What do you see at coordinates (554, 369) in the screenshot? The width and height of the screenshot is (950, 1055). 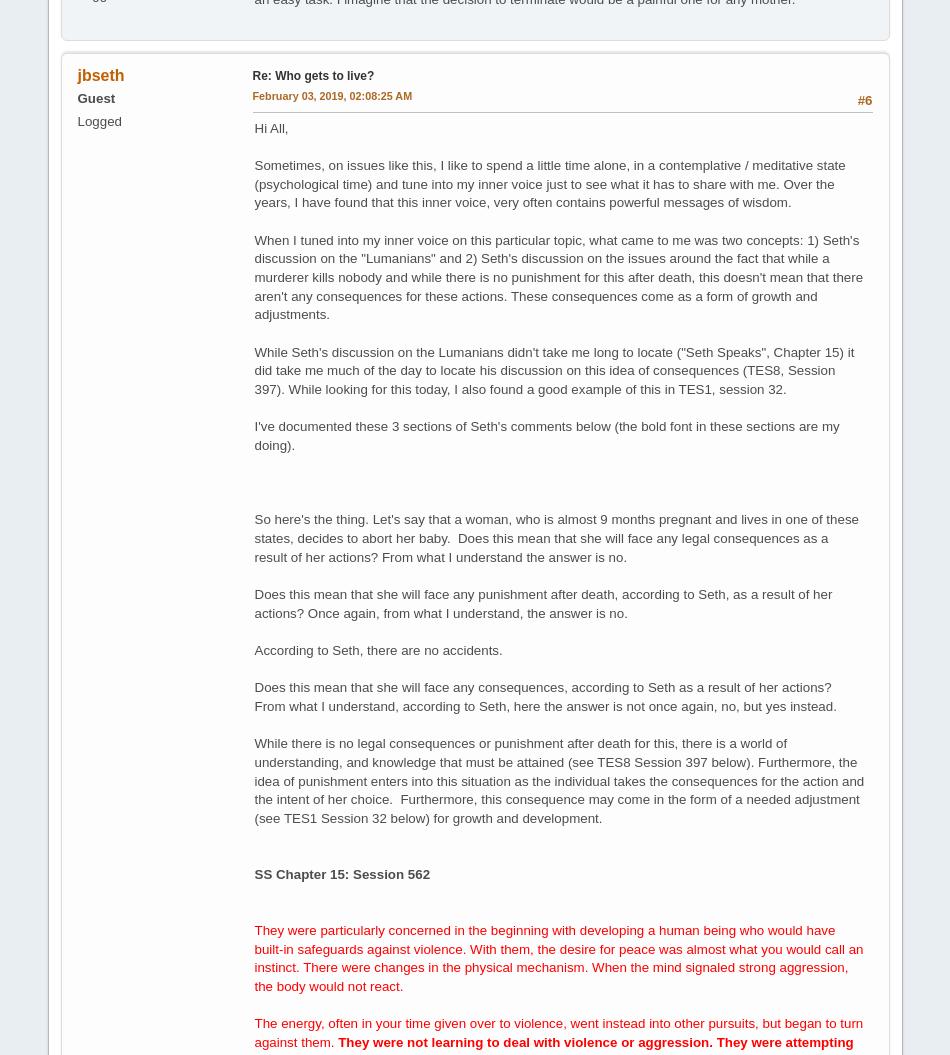 I see `'While Seth's discussion on the Lumanians didn't take me long to locate ("Seth Speaks", Chapter 15) it did take me much of the day to locate his discussion on this idea of consequences (TES8, Session 397). While looking for this today, I also found a good example of this in TES1, session 32.'` at bounding box center [554, 369].